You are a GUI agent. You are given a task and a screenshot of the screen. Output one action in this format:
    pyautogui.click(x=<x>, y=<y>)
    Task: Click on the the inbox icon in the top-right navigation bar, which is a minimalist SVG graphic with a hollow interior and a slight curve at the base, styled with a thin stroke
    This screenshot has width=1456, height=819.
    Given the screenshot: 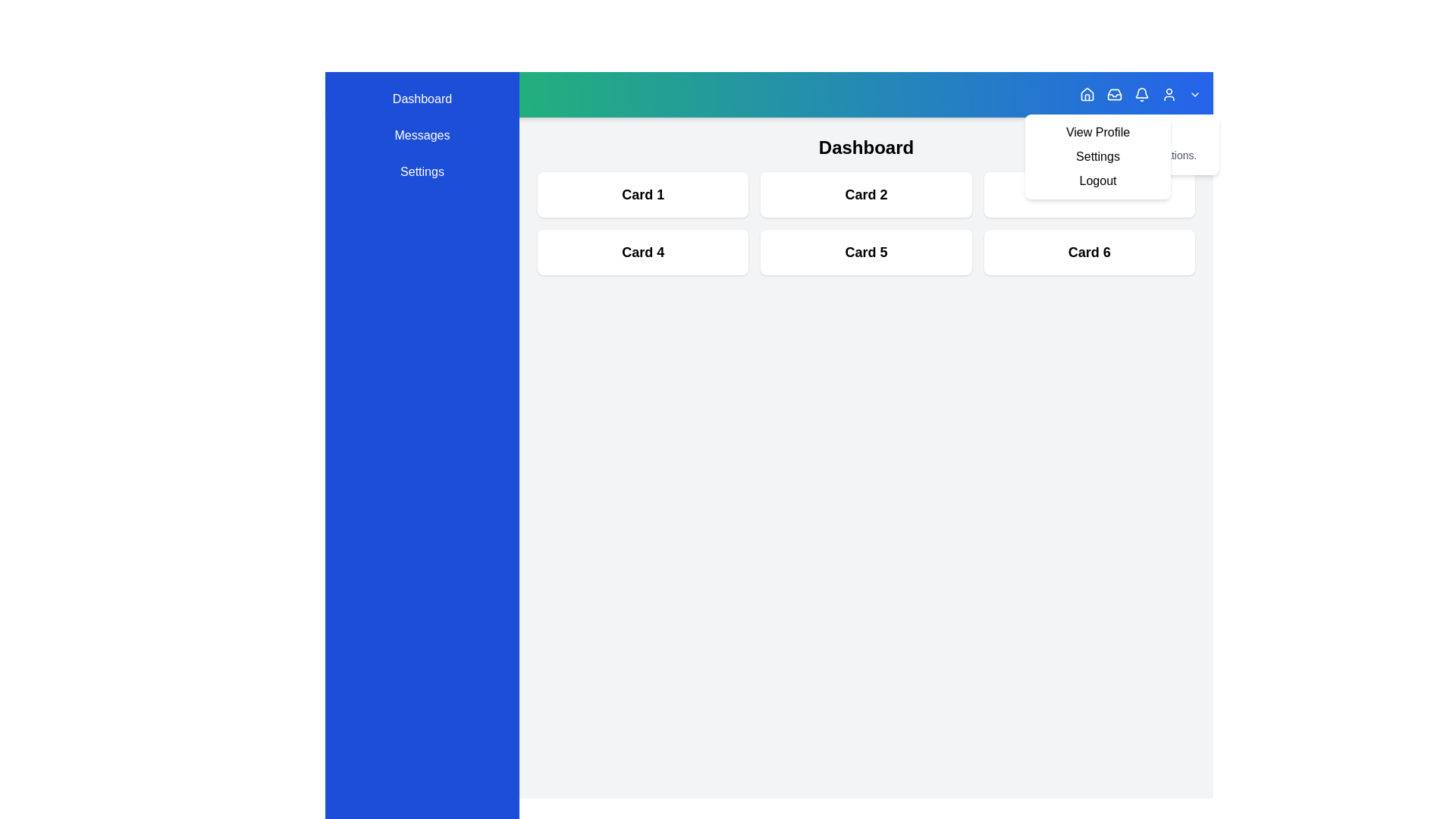 What is the action you would take?
    pyautogui.click(x=1114, y=94)
    